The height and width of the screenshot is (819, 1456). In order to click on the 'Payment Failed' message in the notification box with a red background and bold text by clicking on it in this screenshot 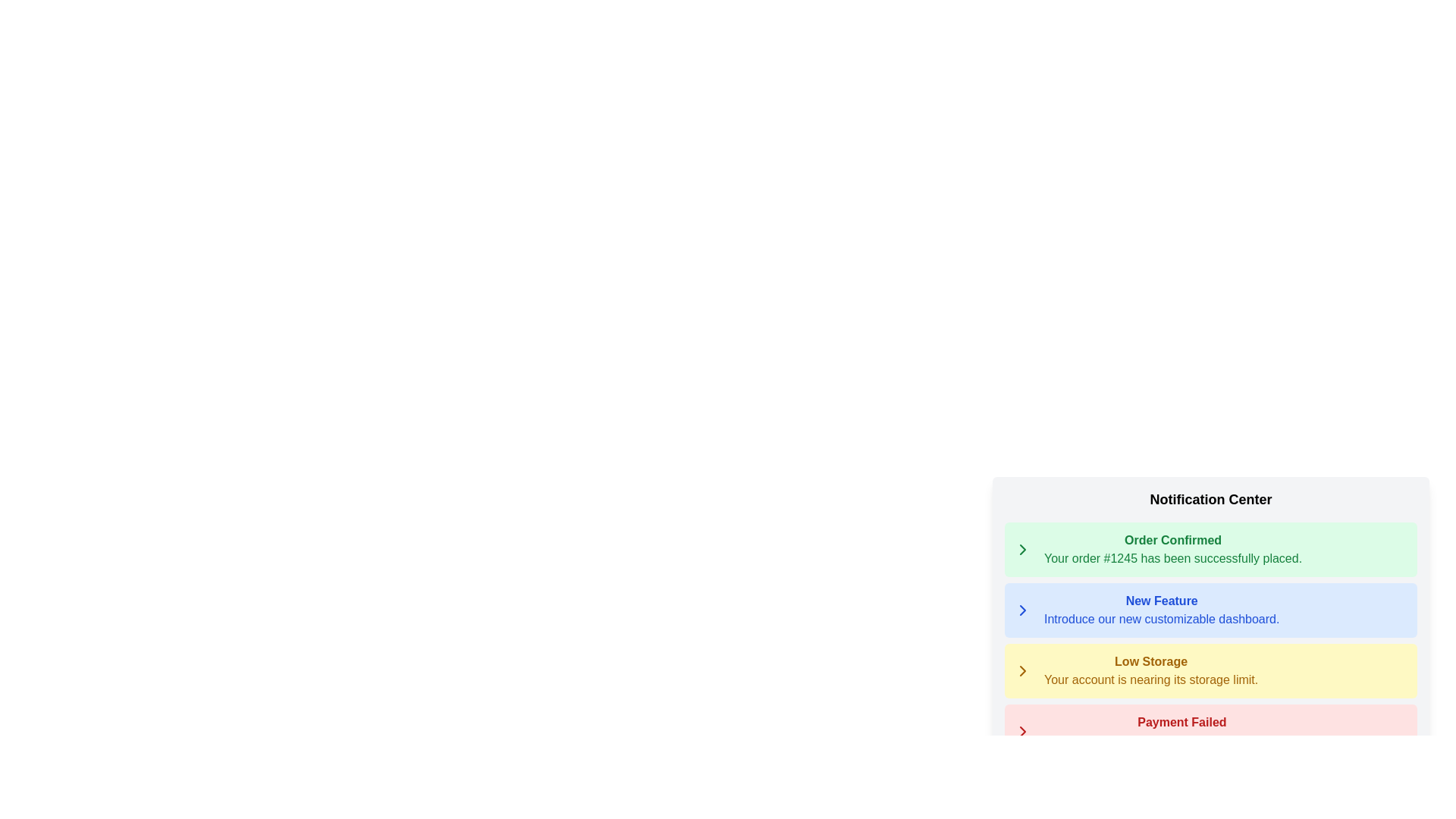, I will do `click(1210, 730)`.